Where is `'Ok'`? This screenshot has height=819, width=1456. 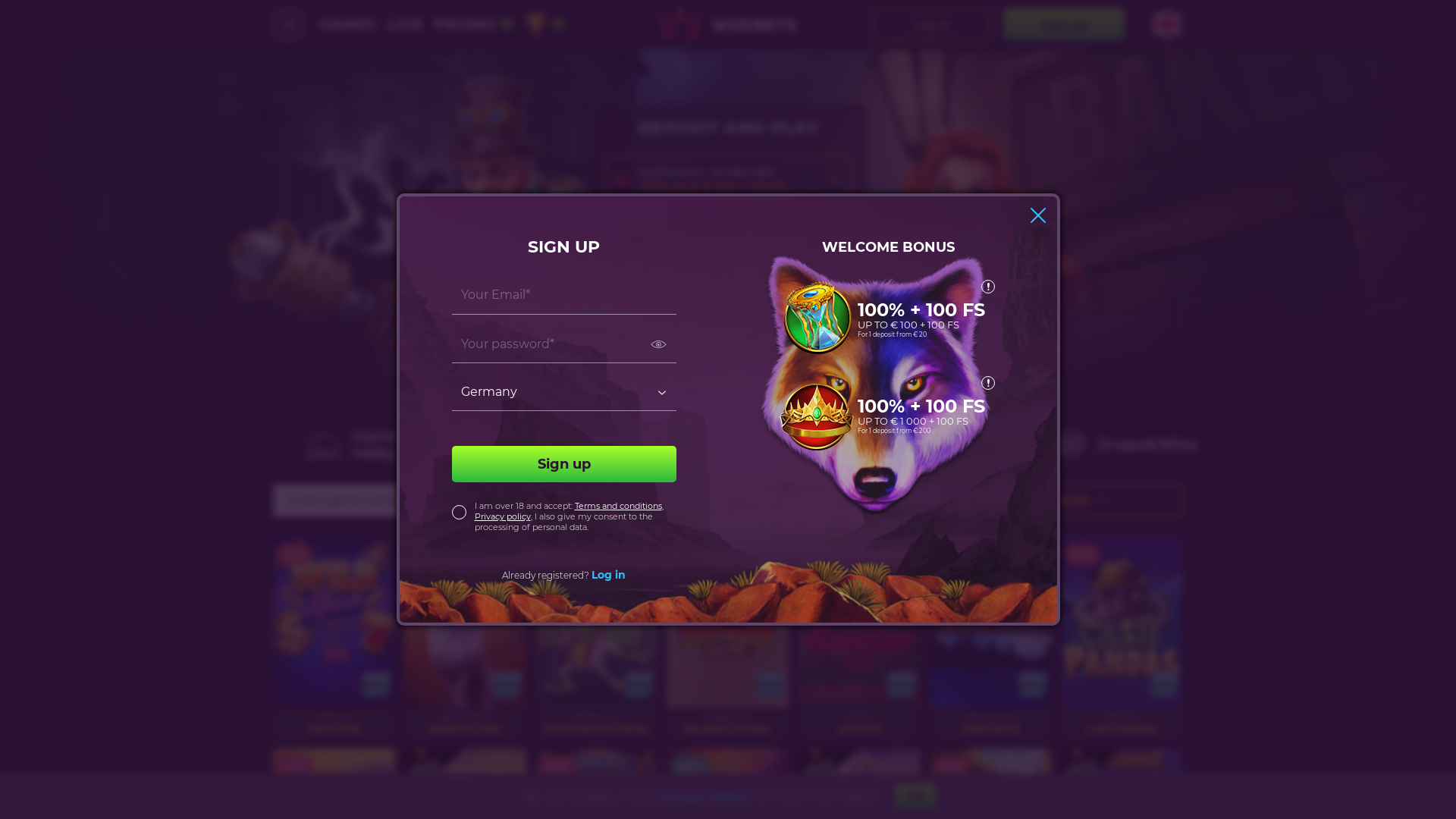 'Ok' is located at coordinates (914, 795).